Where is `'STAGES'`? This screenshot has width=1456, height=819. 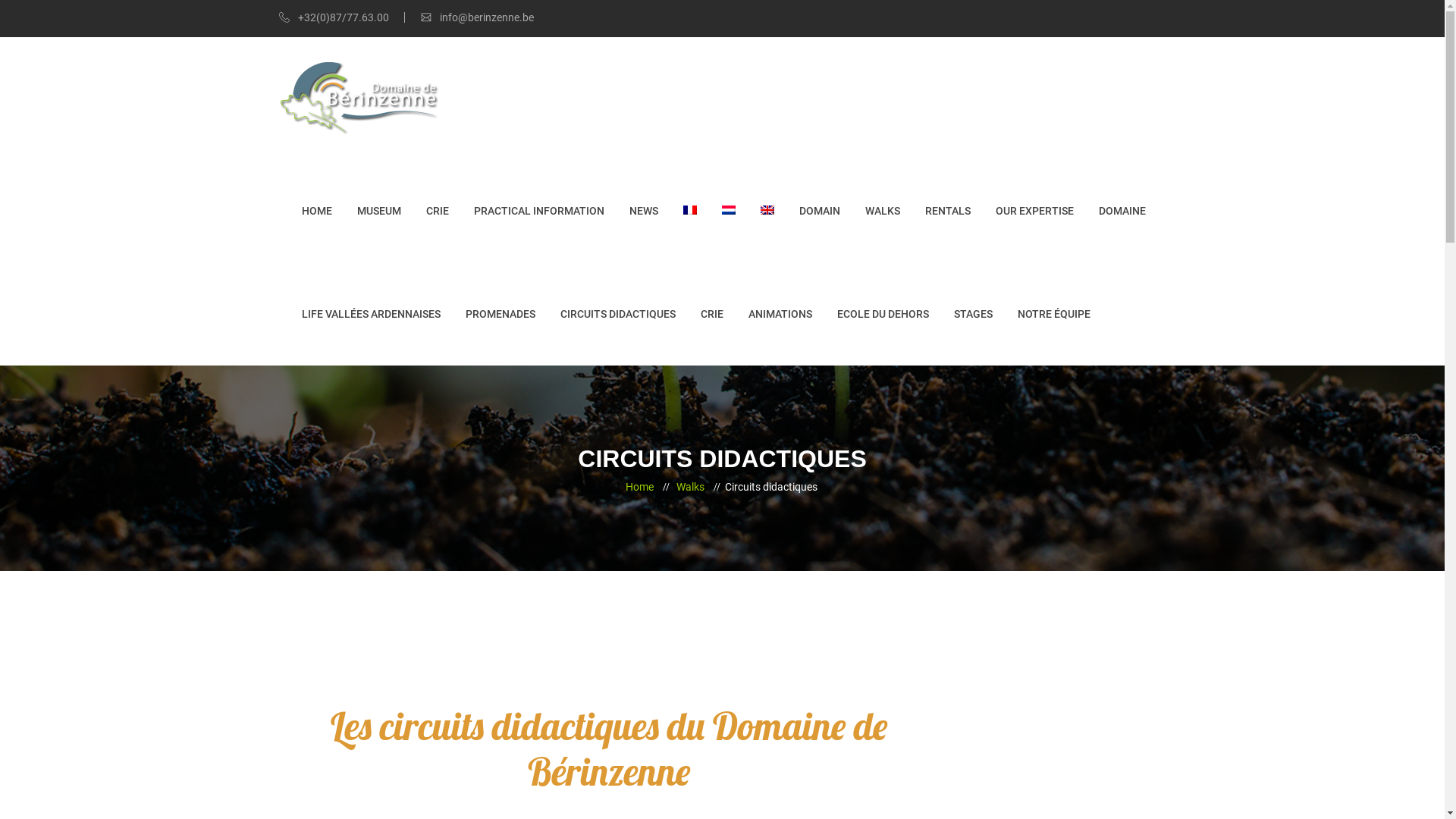 'STAGES' is located at coordinates (973, 312).